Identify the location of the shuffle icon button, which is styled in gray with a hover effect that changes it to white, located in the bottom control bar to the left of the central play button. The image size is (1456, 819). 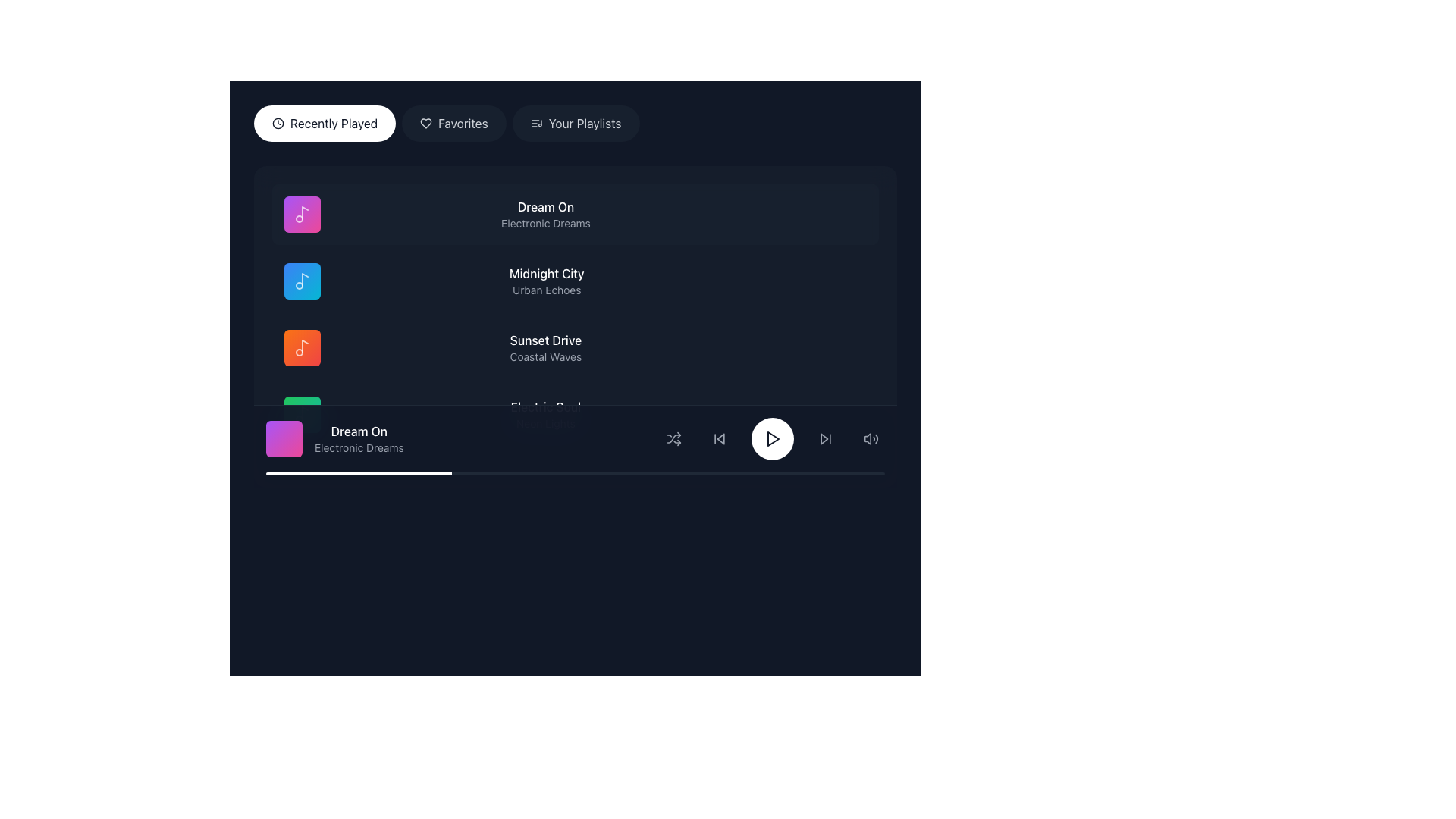
(673, 438).